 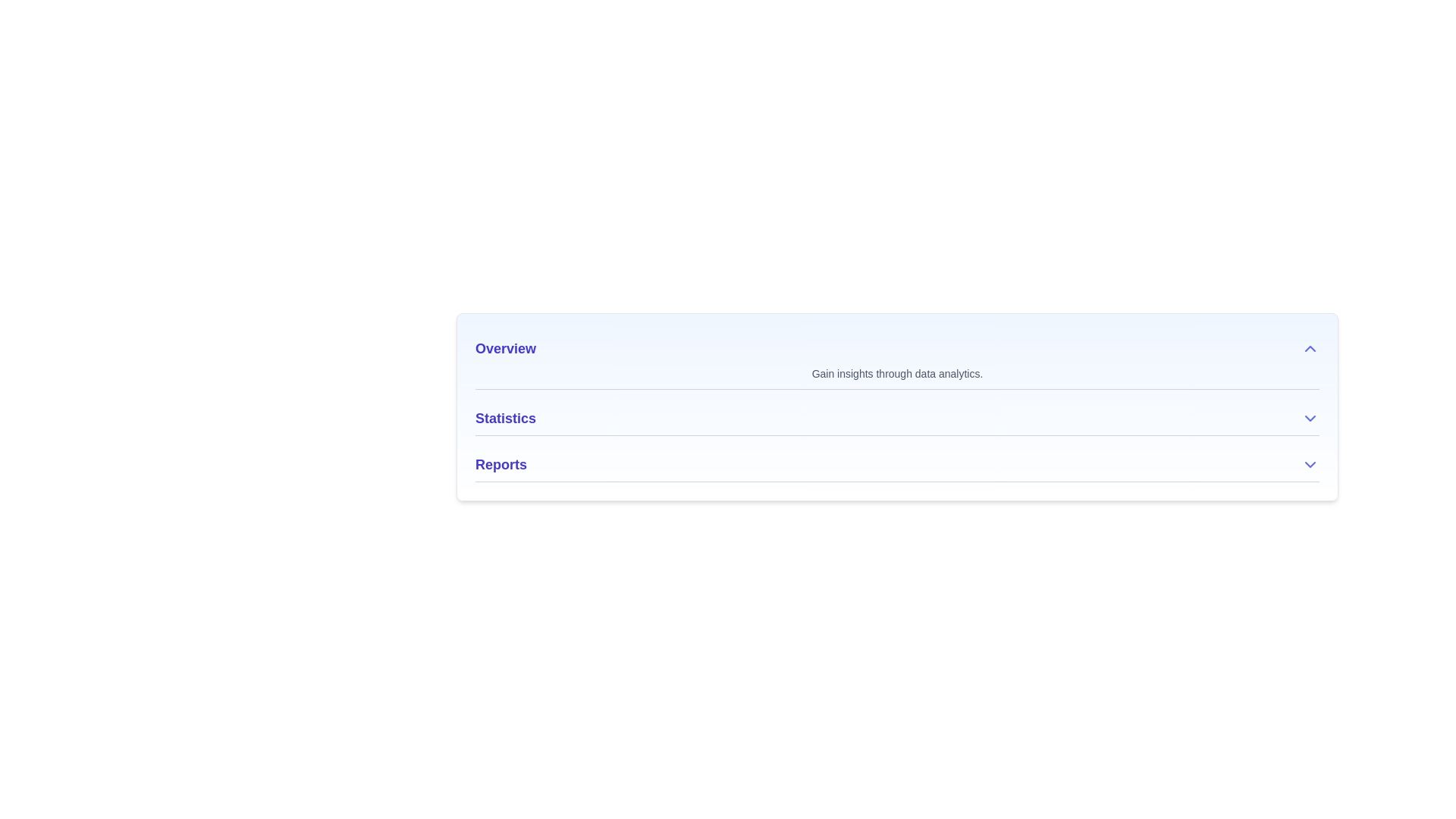 I want to click on the chevron icon at the far right end of the 'Statistics' row, so click(x=1310, y=418).